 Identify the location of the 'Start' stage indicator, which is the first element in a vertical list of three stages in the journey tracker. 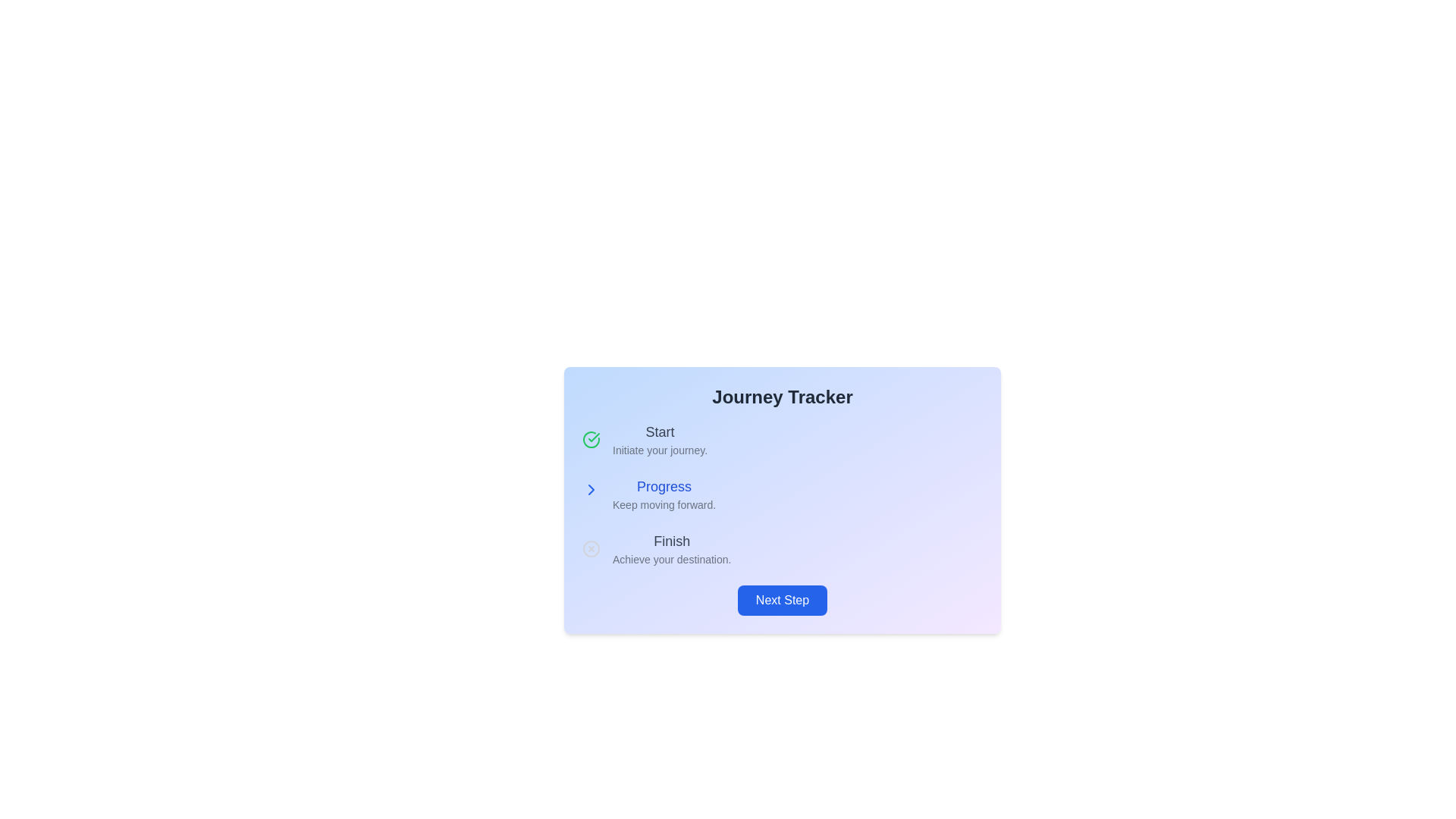
(783, 439).